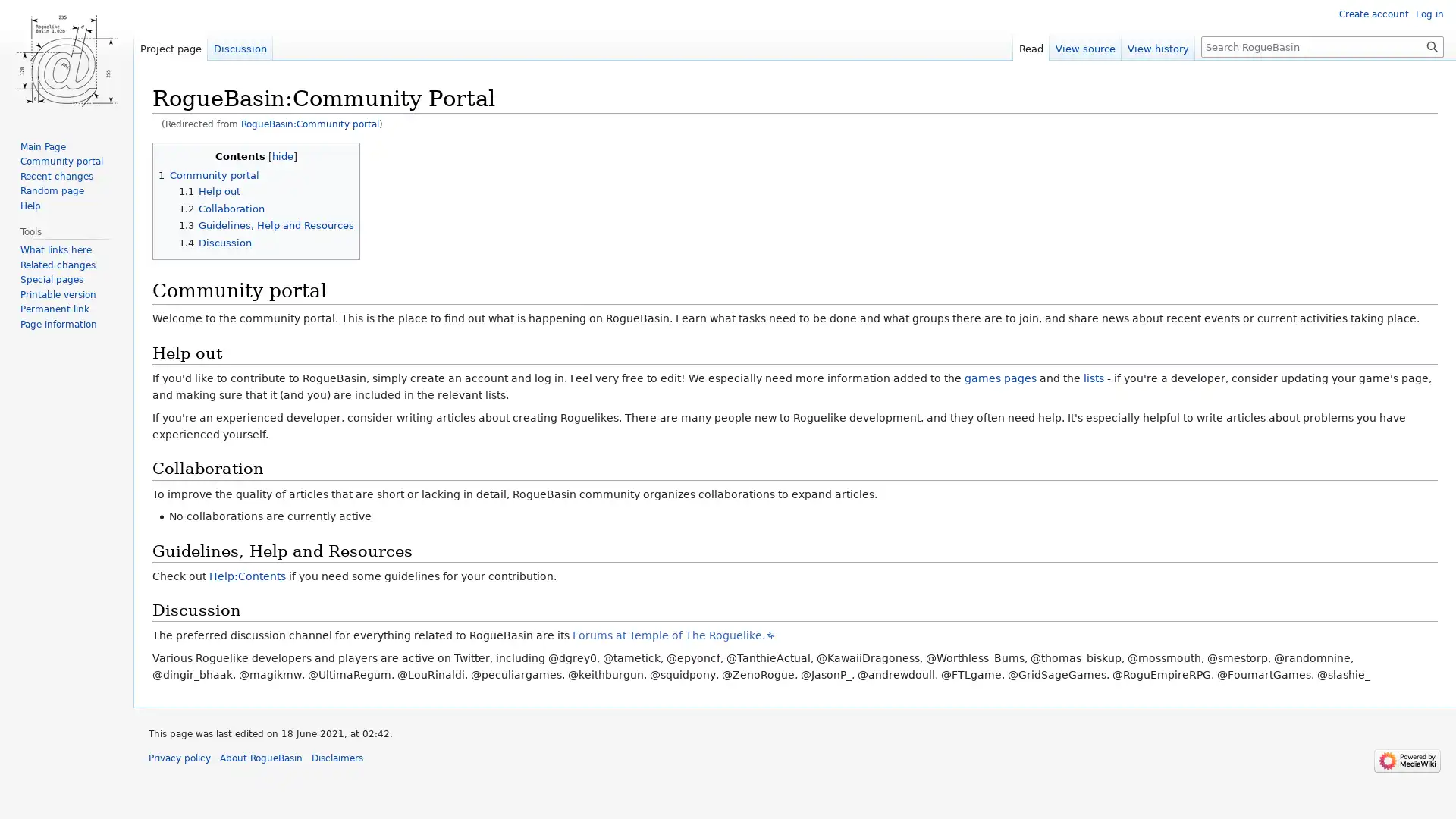 The image size is (1456, 819). What do you see at coordinates (1432, 45) in the screenshot?
I see `Go` at bounding box center [1432, 45].